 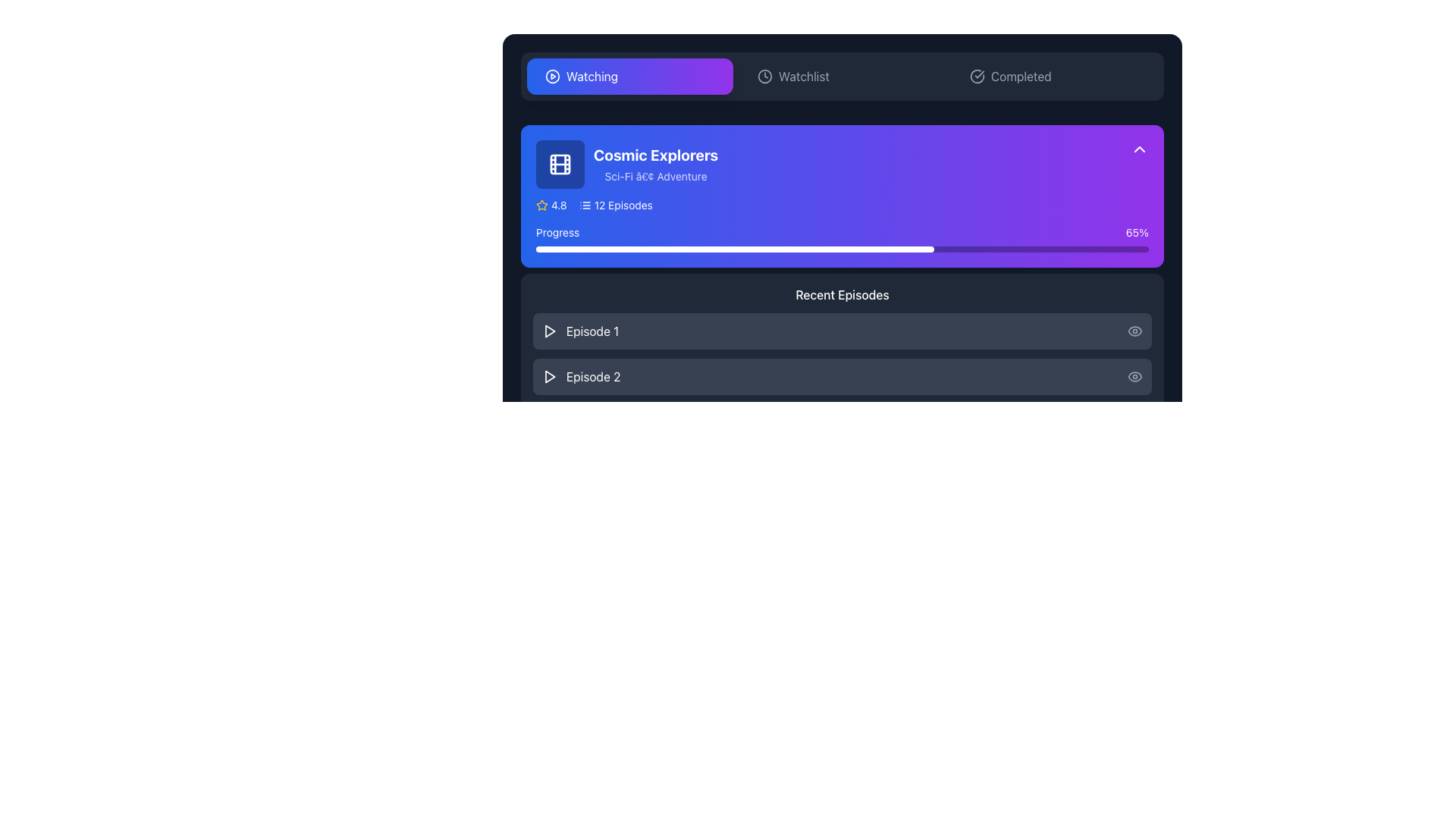 What do you see at coordinates (817, 248) in the screenshot?
I see `progress bar` at bounding box center [817, 248].